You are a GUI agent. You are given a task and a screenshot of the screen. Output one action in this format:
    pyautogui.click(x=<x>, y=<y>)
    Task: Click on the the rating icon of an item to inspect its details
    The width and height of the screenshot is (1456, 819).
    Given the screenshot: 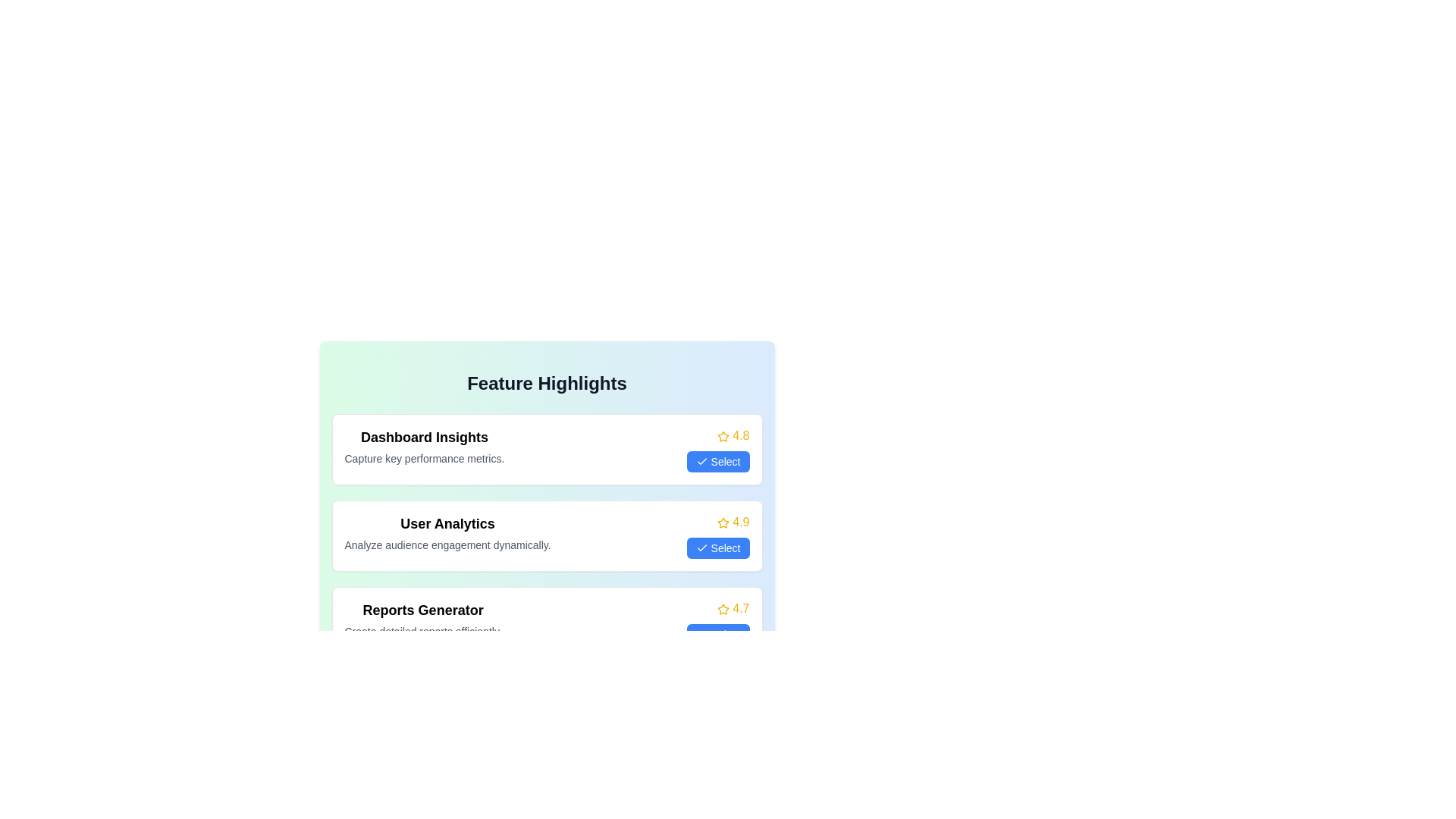 What is the action you would take?
    pyautogui.click(x=722, y=435)
    